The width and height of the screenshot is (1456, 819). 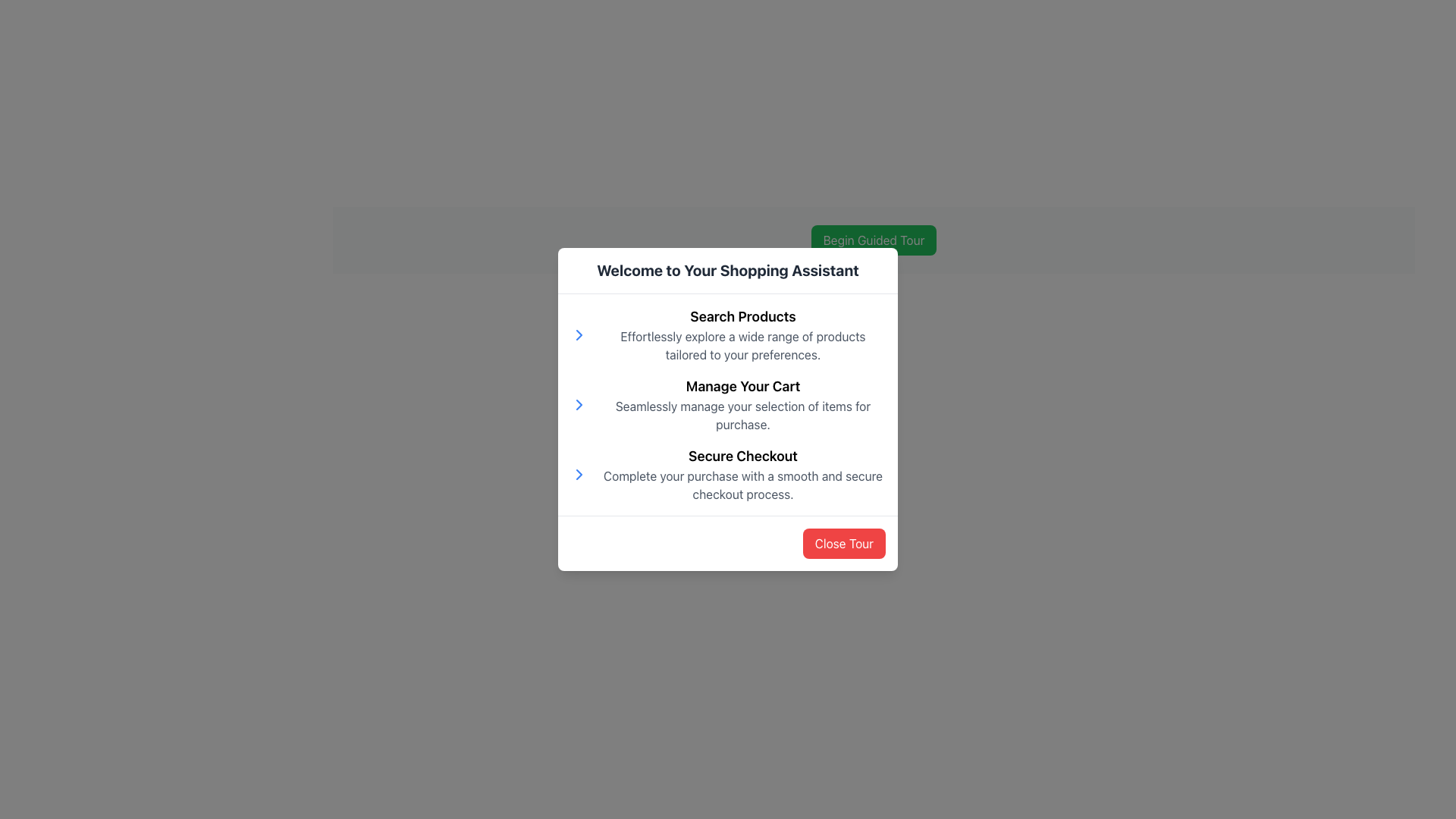 I want to click on description of the 'Search Products' text block, which includes a large heading and descriptive subtext, located in the first section of the centered modal box, so click(x=728, y=334).